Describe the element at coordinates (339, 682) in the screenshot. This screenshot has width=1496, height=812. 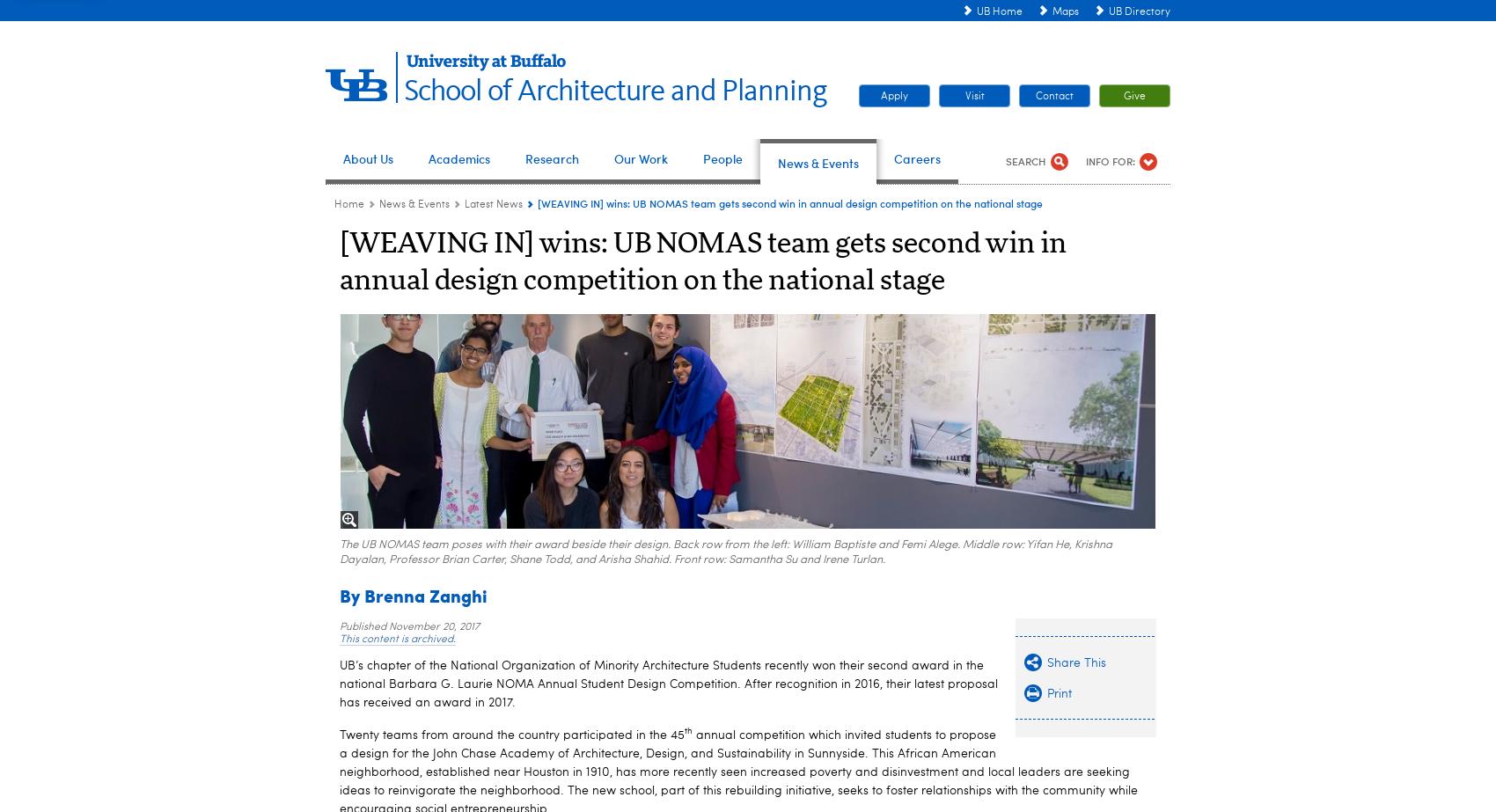
I see `'UB’s chapter of the National Organization of Minority Architecture Students recently won their second award in the national Barbara G. Laurie NOMA Annual Student Design Competition. After recognition in 2016, their latest proposal has received an award in 2017.'` at that location.